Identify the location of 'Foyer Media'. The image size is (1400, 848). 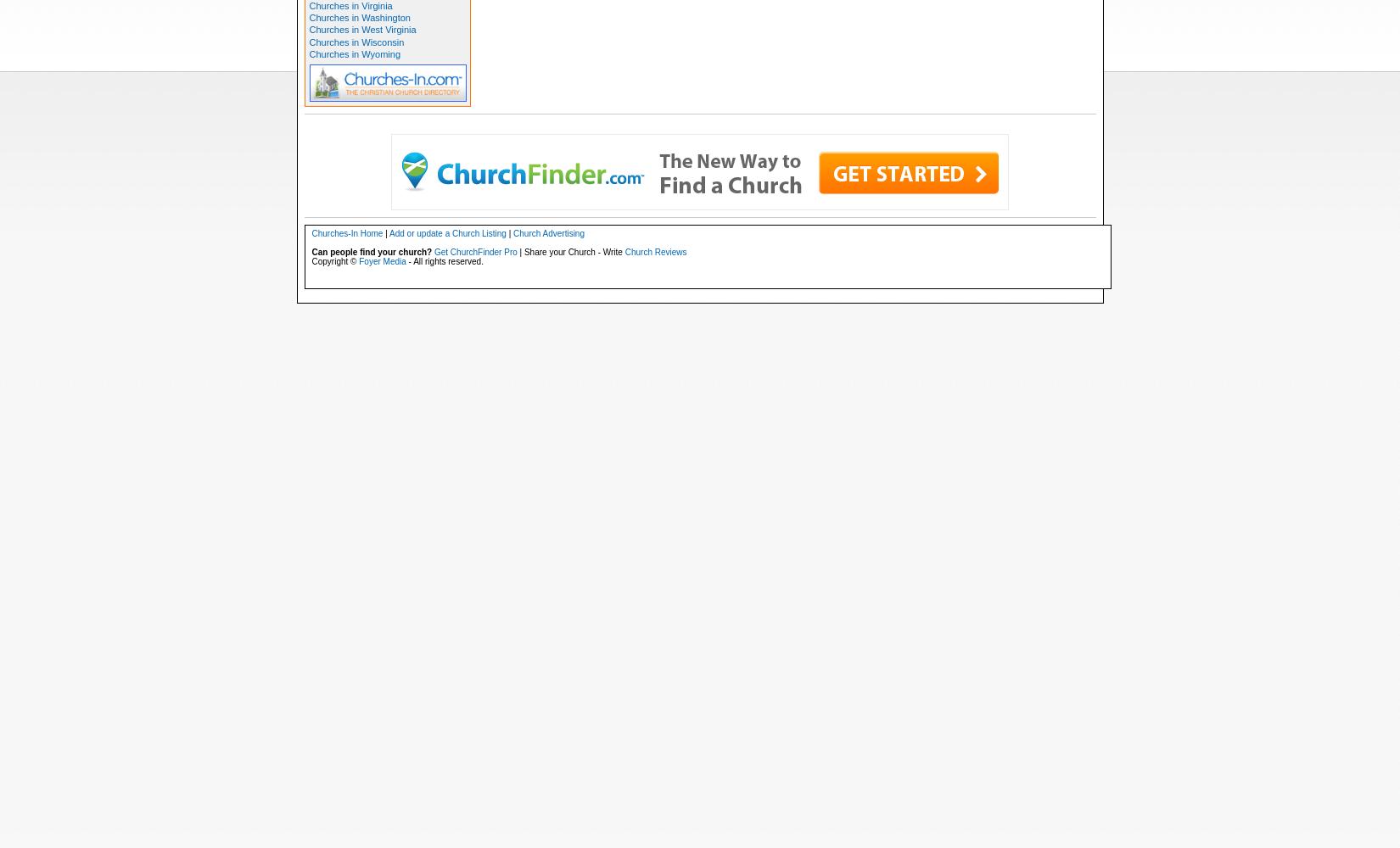
(381, 260).